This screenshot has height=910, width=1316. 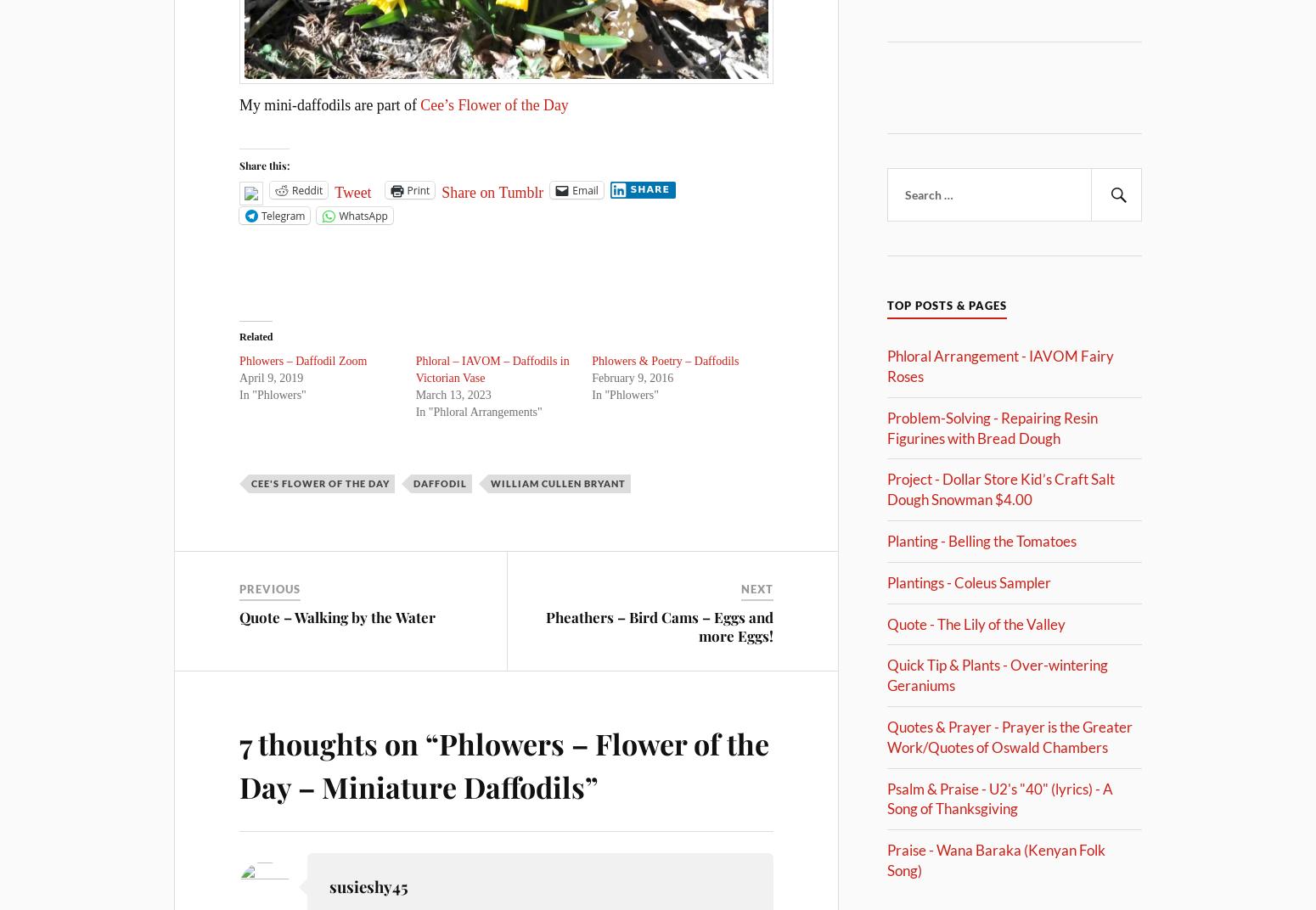 What do you see at coordinates (492, 193) in the screenshot?
I see `'Share on Tumblr'` at bounding box center [492, 193].